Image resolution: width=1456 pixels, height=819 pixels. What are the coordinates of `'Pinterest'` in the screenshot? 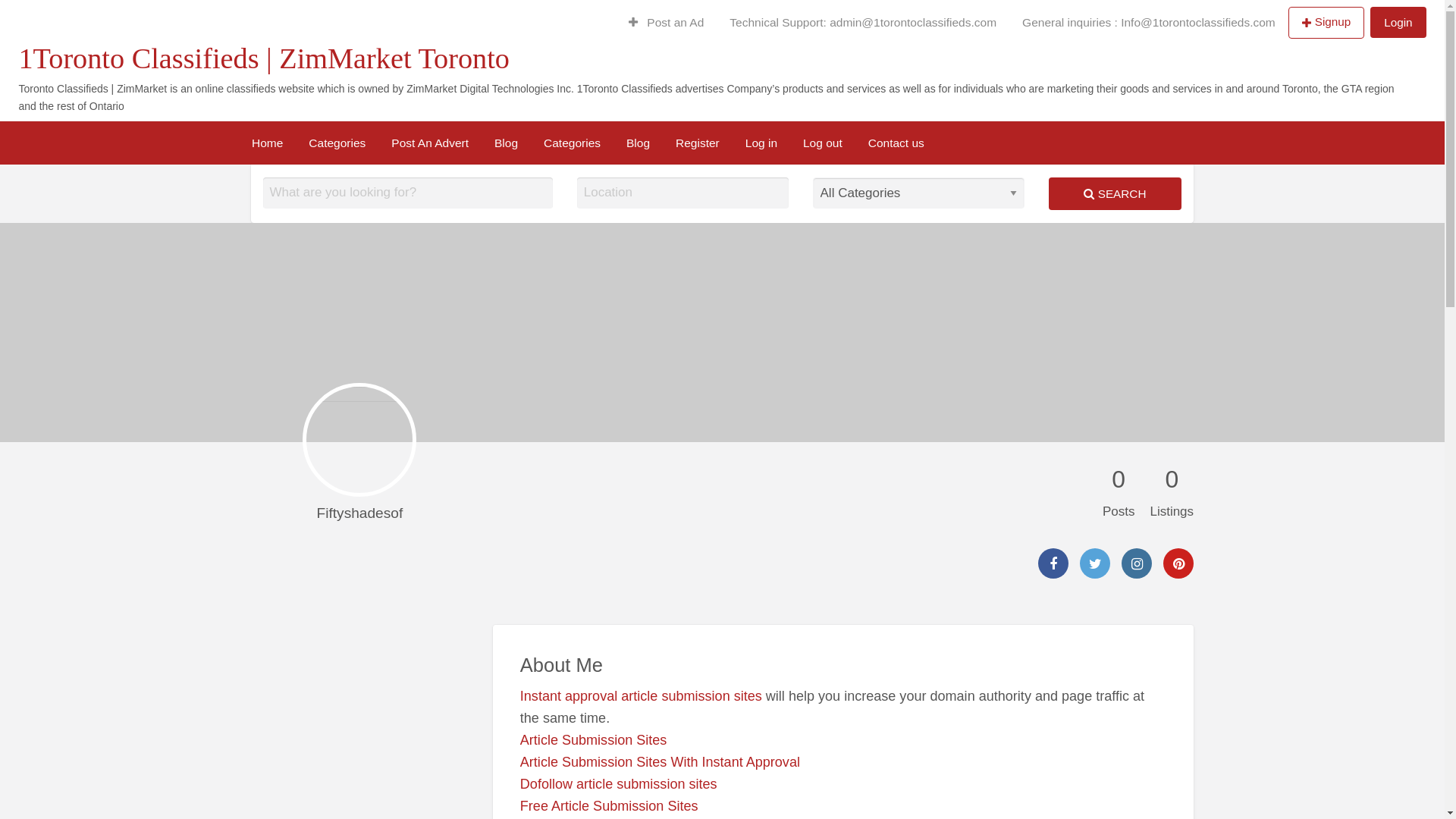 It's located at (1178, 563).